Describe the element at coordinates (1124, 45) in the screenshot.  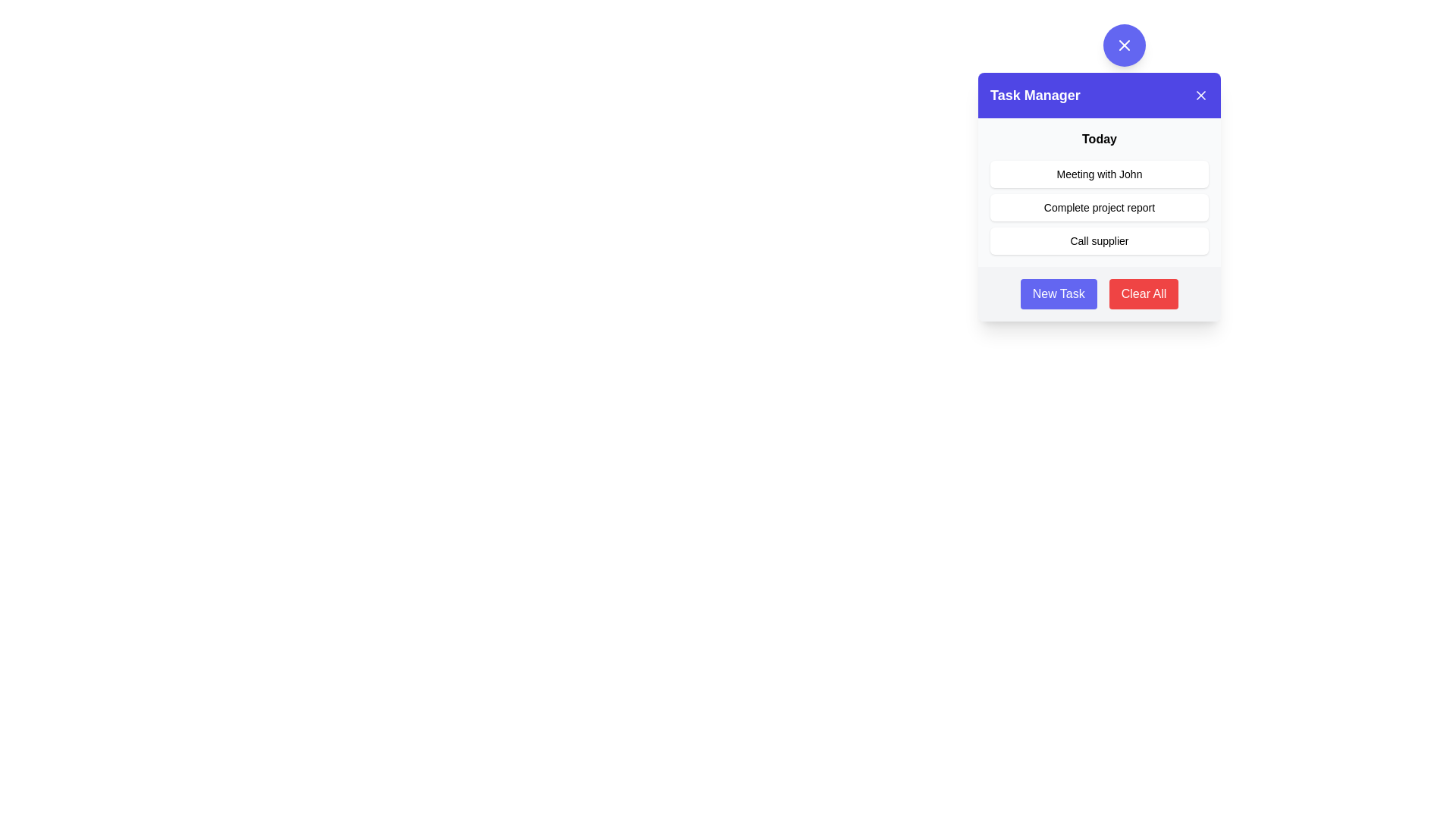
I see `the button located above the 'Task Manager' module` at that location.